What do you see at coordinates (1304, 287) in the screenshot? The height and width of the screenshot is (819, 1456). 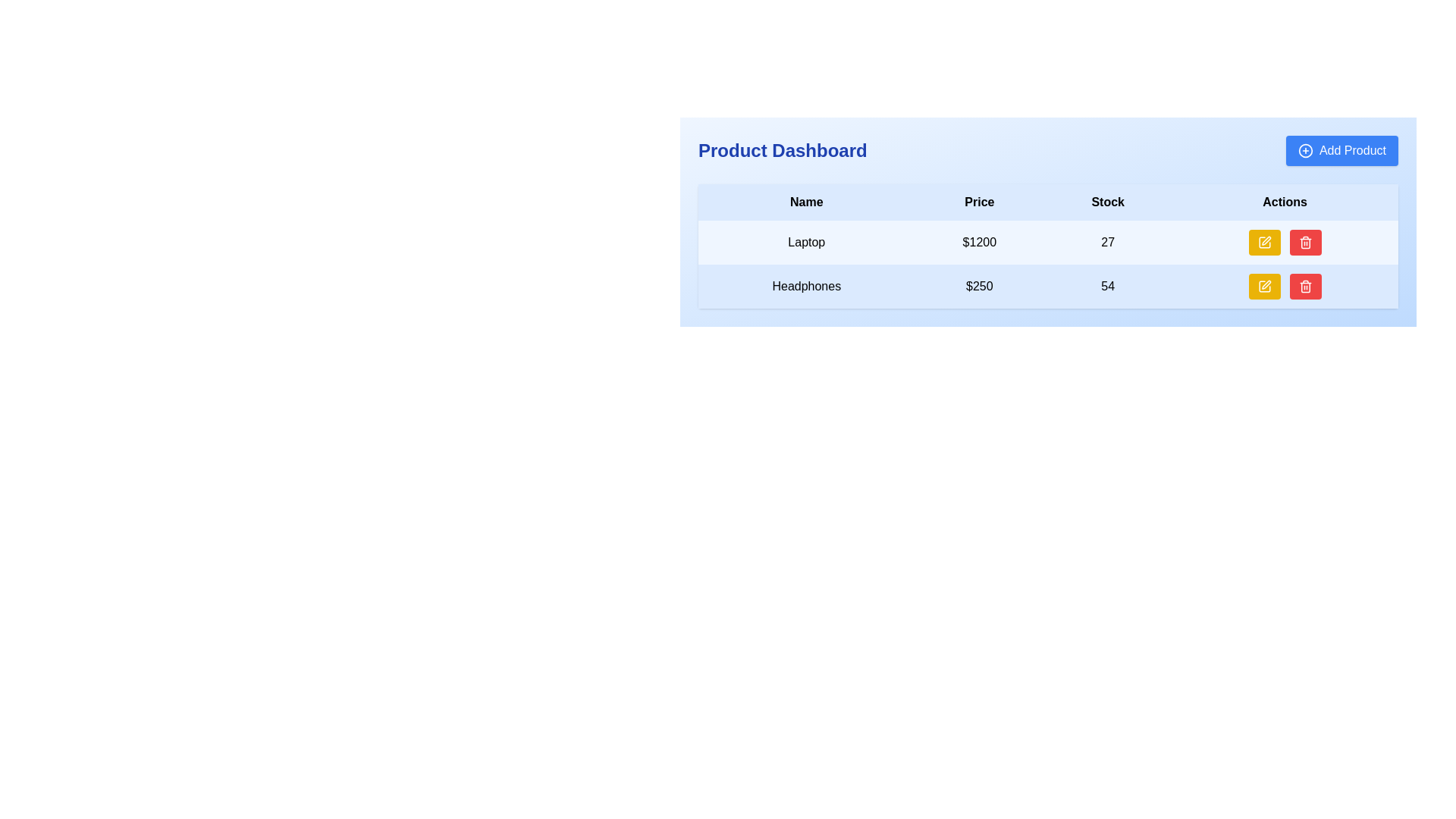 I see `the red delete button with a trash bin icon located in the 'Actions' column of the second row of the table` at bounding box center [1304, 287].